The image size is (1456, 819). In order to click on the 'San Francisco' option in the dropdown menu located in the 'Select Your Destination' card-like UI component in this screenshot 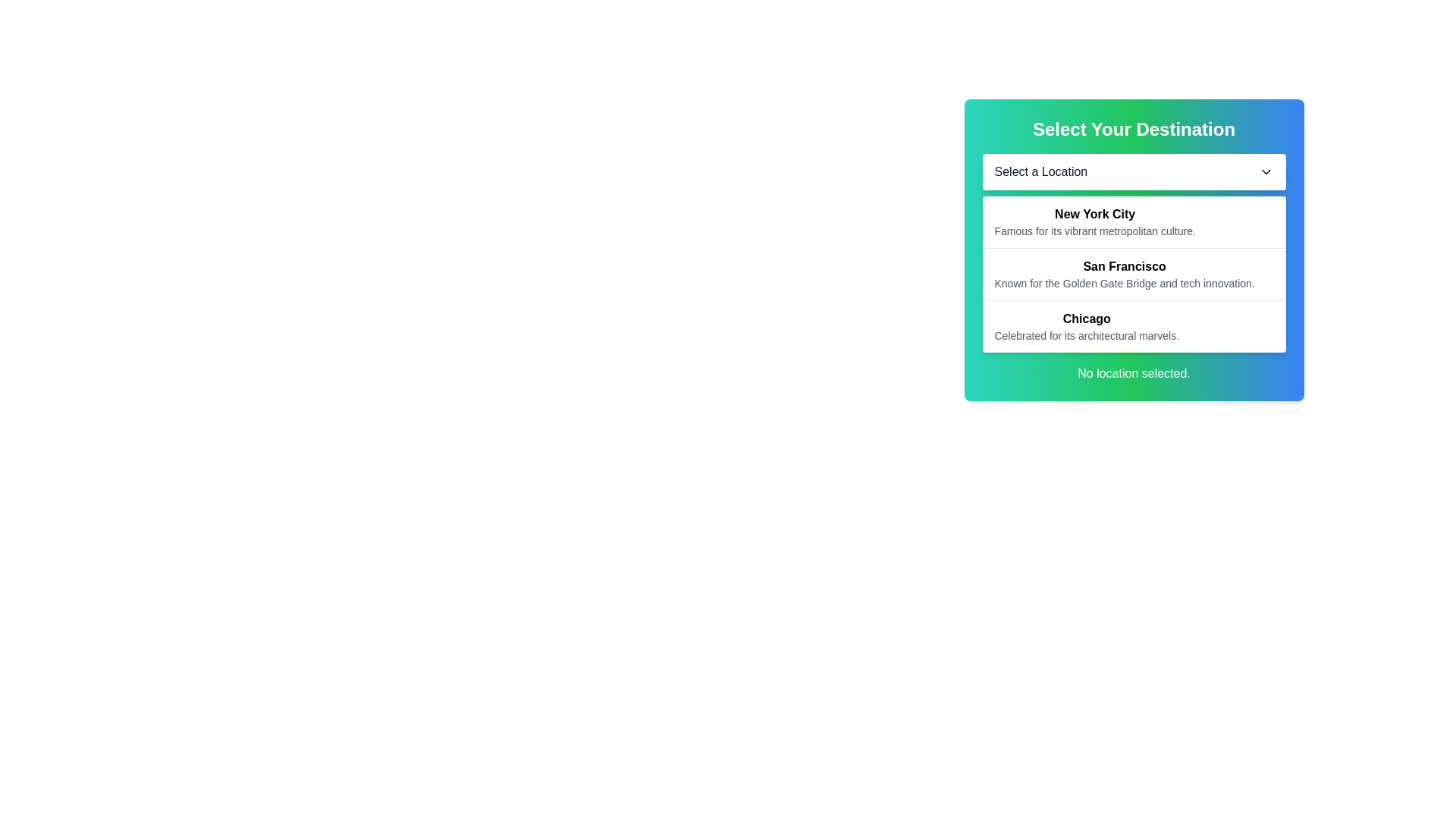, I will do `click(1134, 253)`.